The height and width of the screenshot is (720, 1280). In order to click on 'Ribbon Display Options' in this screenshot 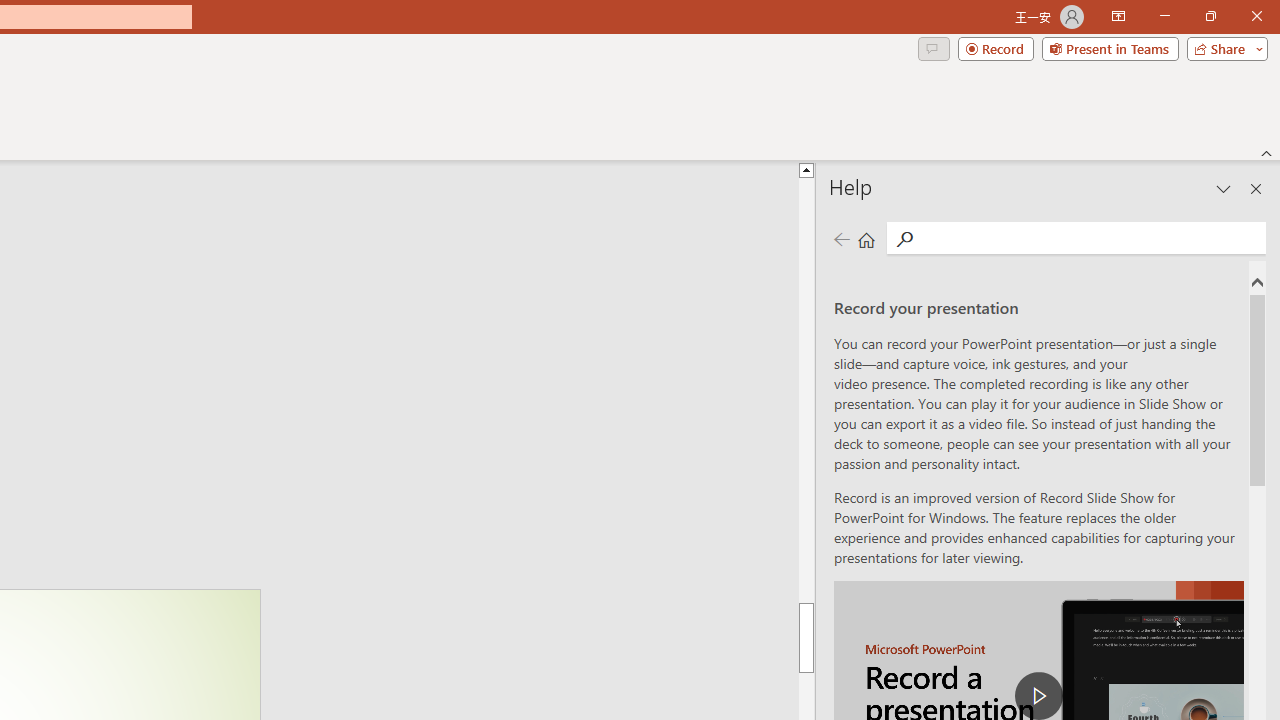, I will do `click(1117, 16)`.